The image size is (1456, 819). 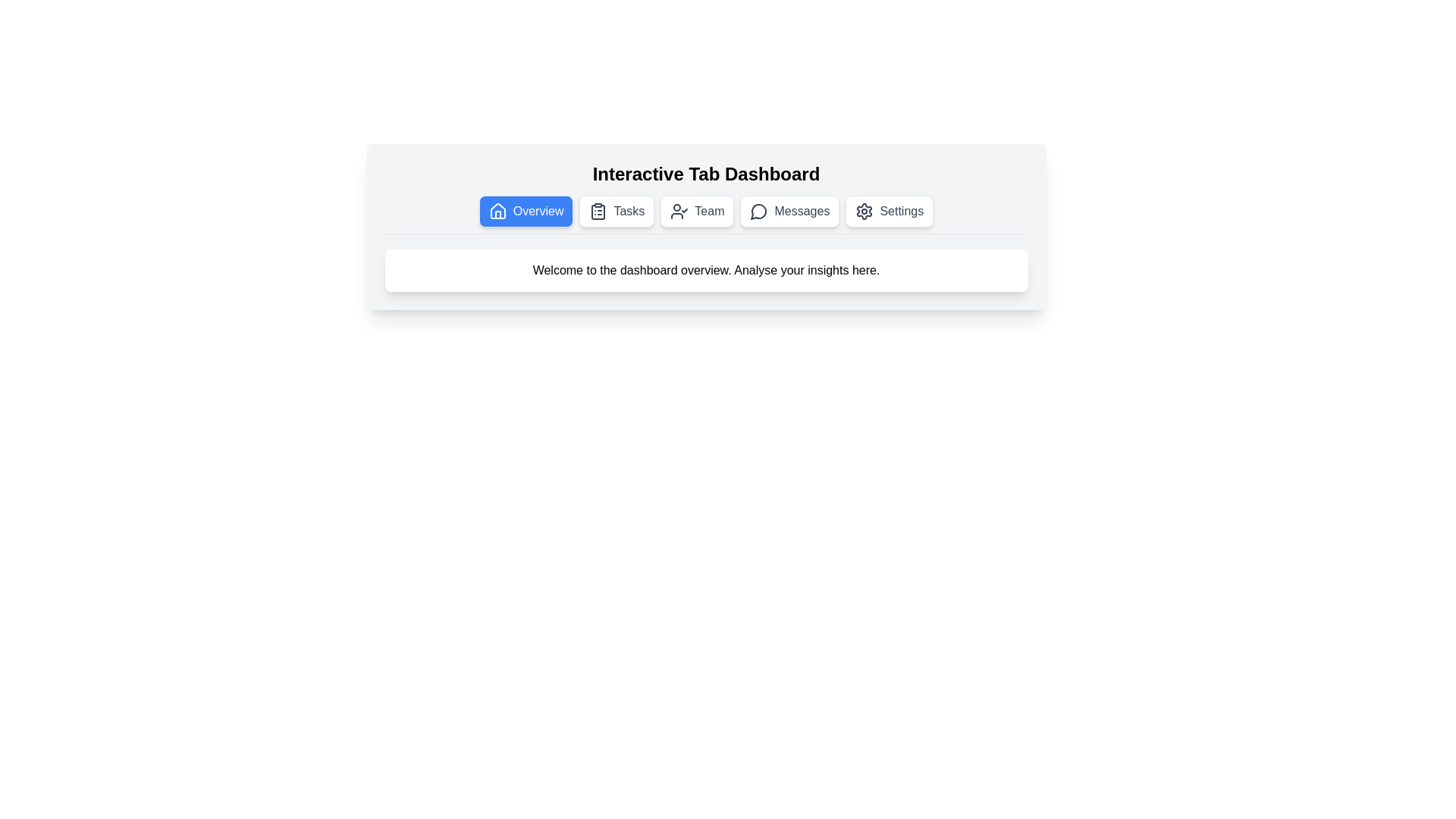 I want to click on the 'Tasks' icon, which is a line-based glyph icon resembling a clipboard or list, located, so click(x=598, y=212).